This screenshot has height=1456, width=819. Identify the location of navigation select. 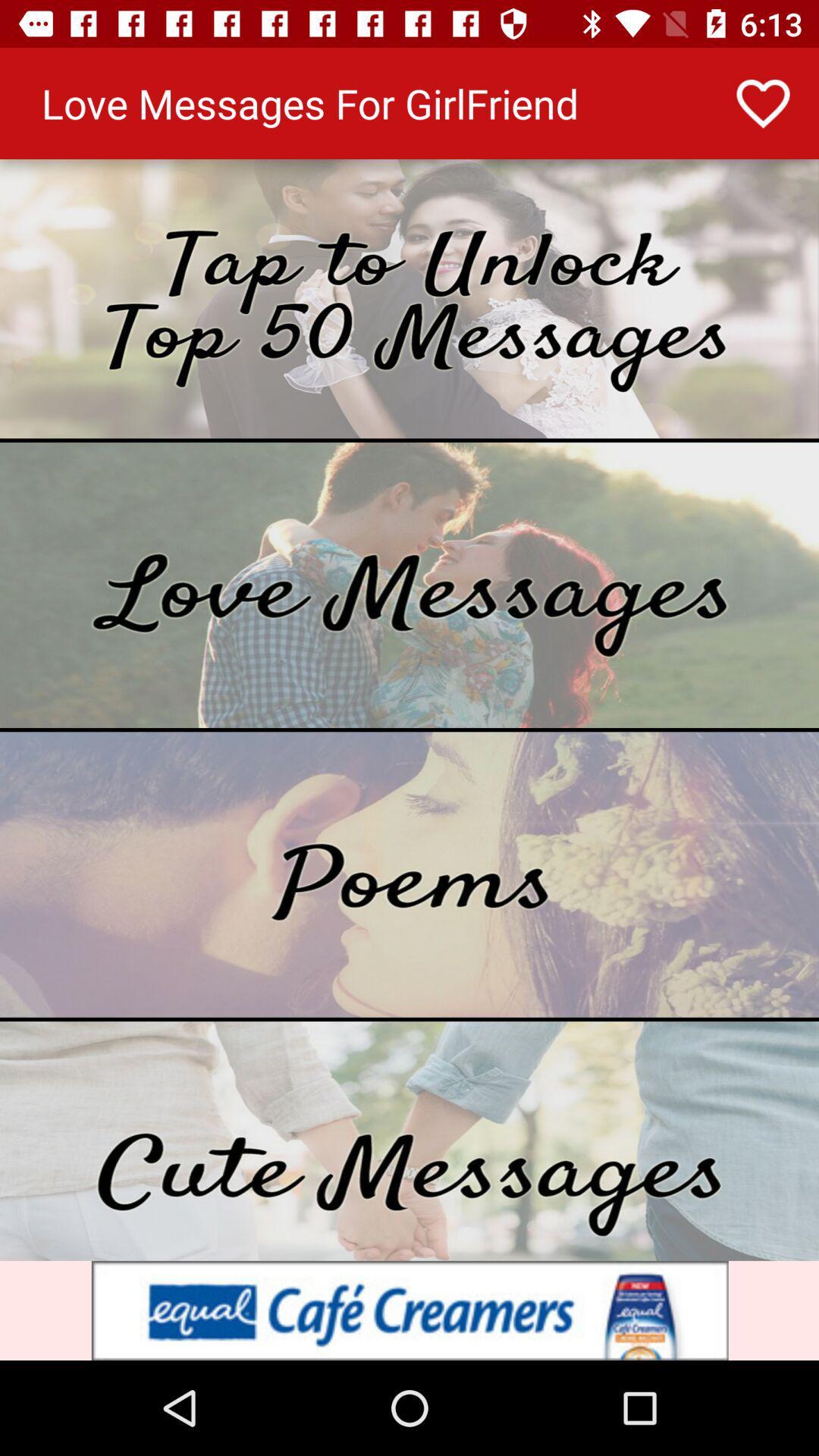
(409, 1141).